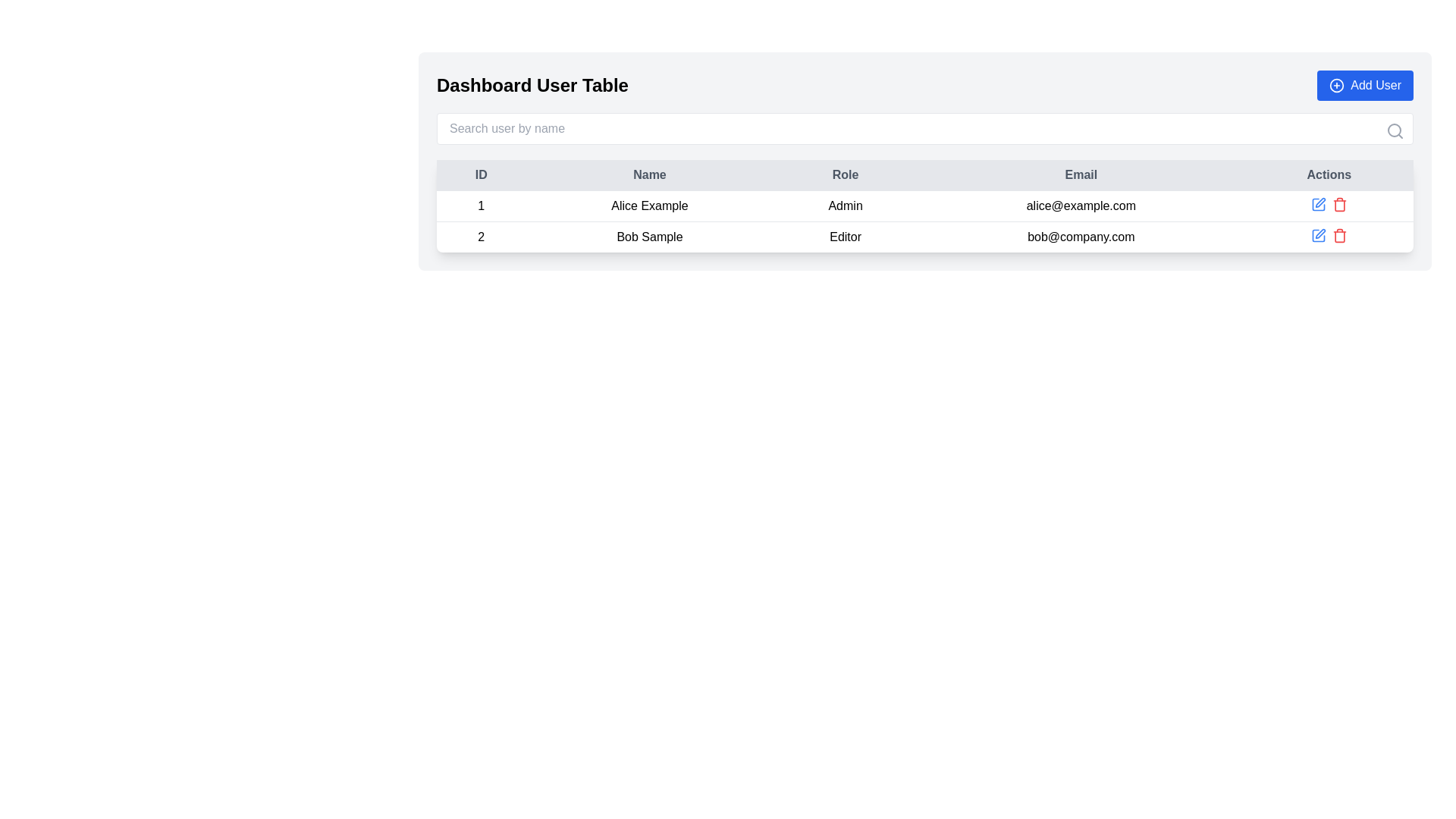  What do you see at coordinates (480, 206) in the screenshot?
I see `the first Table Cell under the 'ID' header, which serves as a unique identifier for the user in the table` at bounding box center [480, 206].